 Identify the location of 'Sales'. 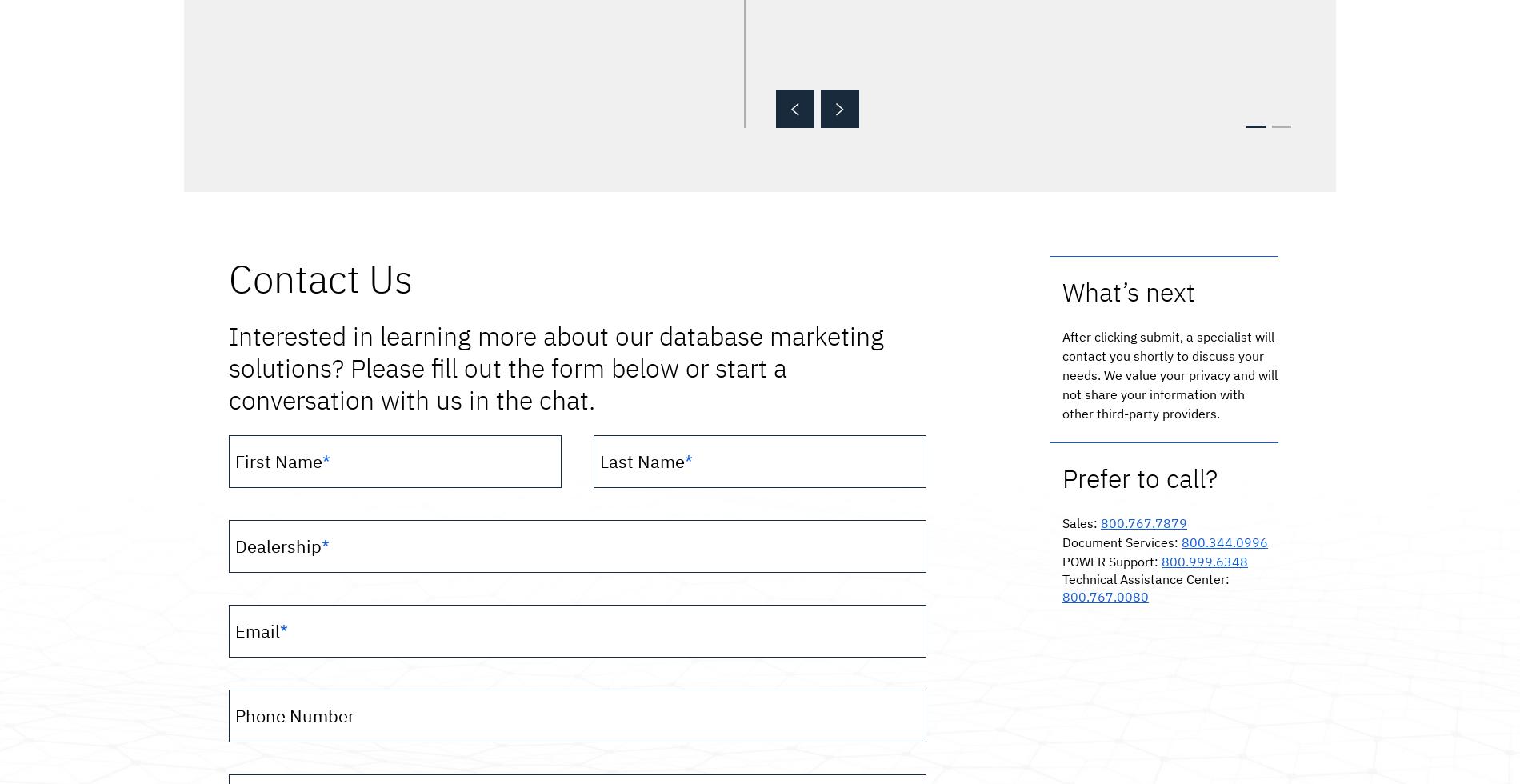
(1077, 522).